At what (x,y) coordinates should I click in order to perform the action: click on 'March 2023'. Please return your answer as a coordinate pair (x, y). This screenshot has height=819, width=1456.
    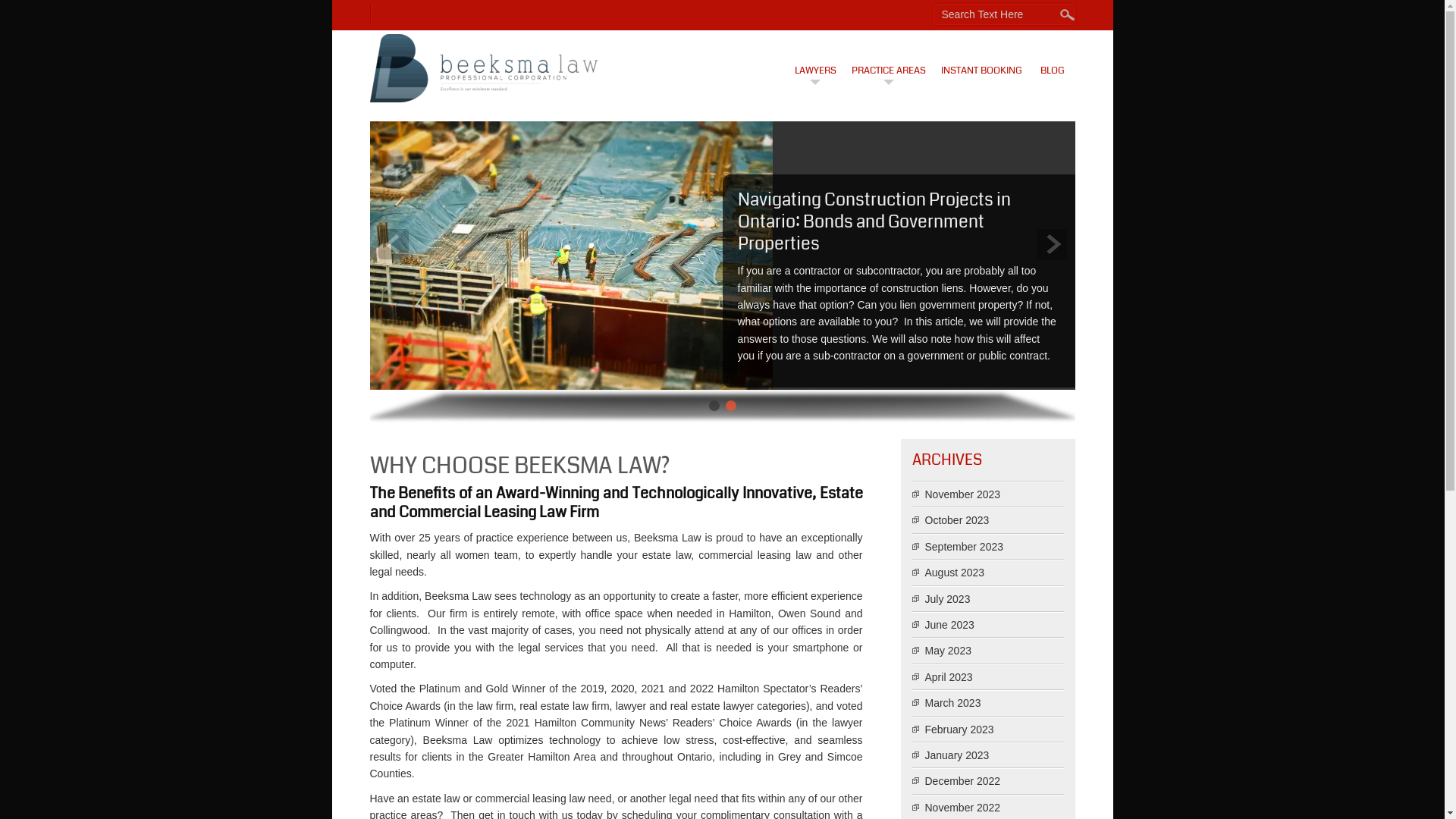
    Looking at the image, I should click on (952, 702).